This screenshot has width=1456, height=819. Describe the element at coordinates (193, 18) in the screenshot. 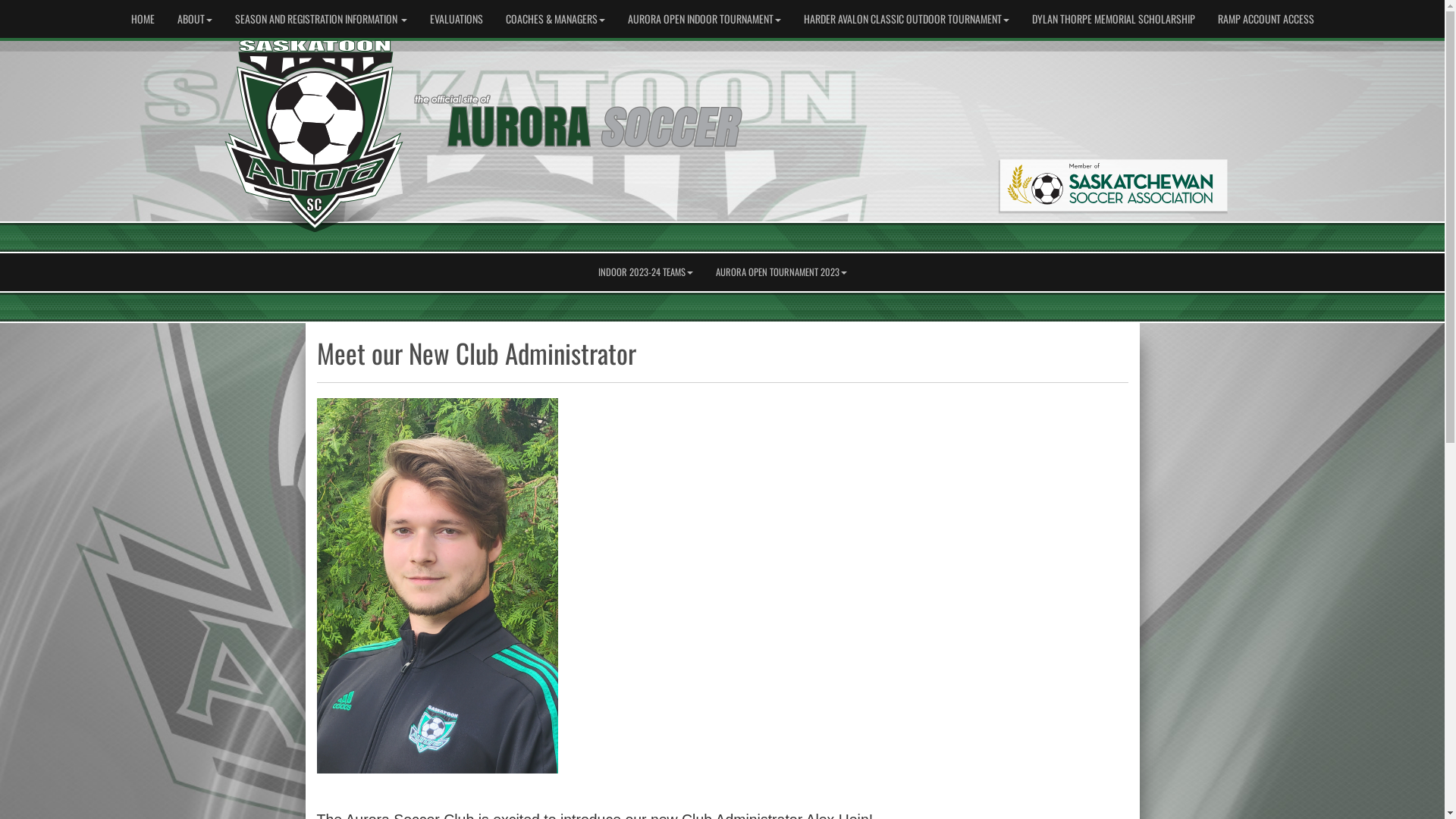

I see `'ABOUT'` at that location.